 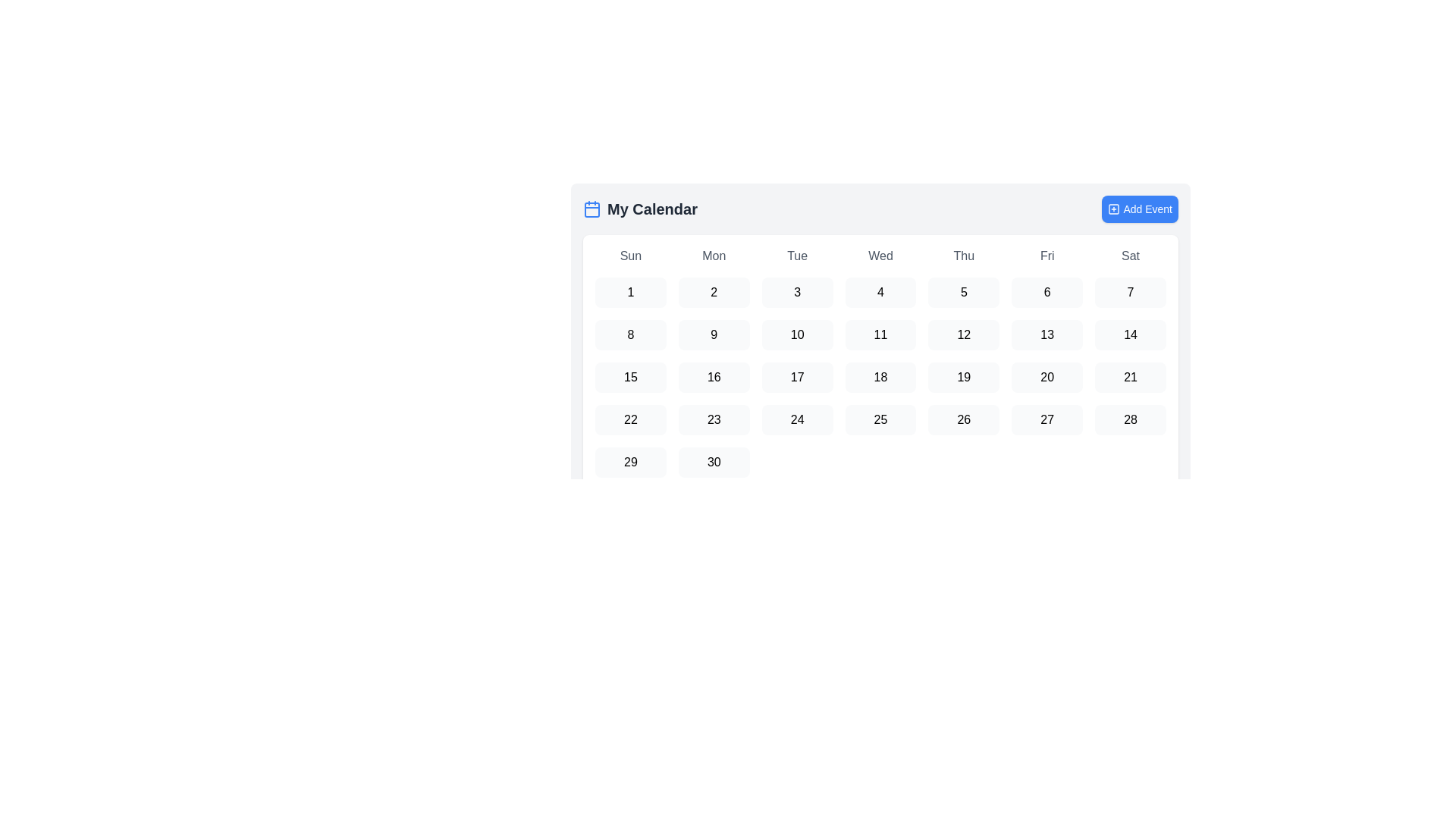 I want to click on the square icon with a plus symbol inside the 'Add Event' button located at the top-right corner of the interface, so click(x=1114, y=209).